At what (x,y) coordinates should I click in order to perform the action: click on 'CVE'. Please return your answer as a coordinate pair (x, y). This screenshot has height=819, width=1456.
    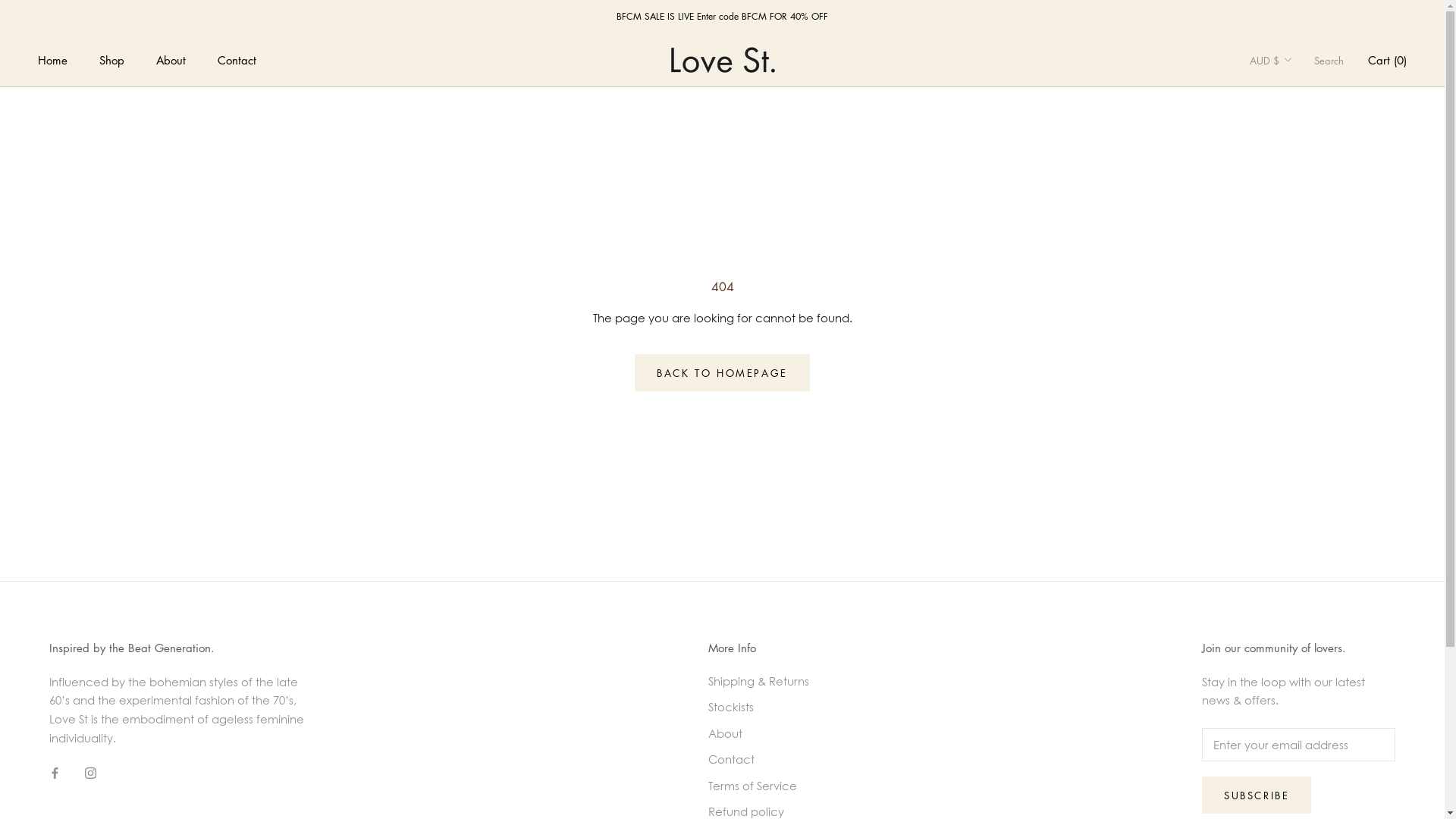
    Looking at the image, I should click on (1294, 643).